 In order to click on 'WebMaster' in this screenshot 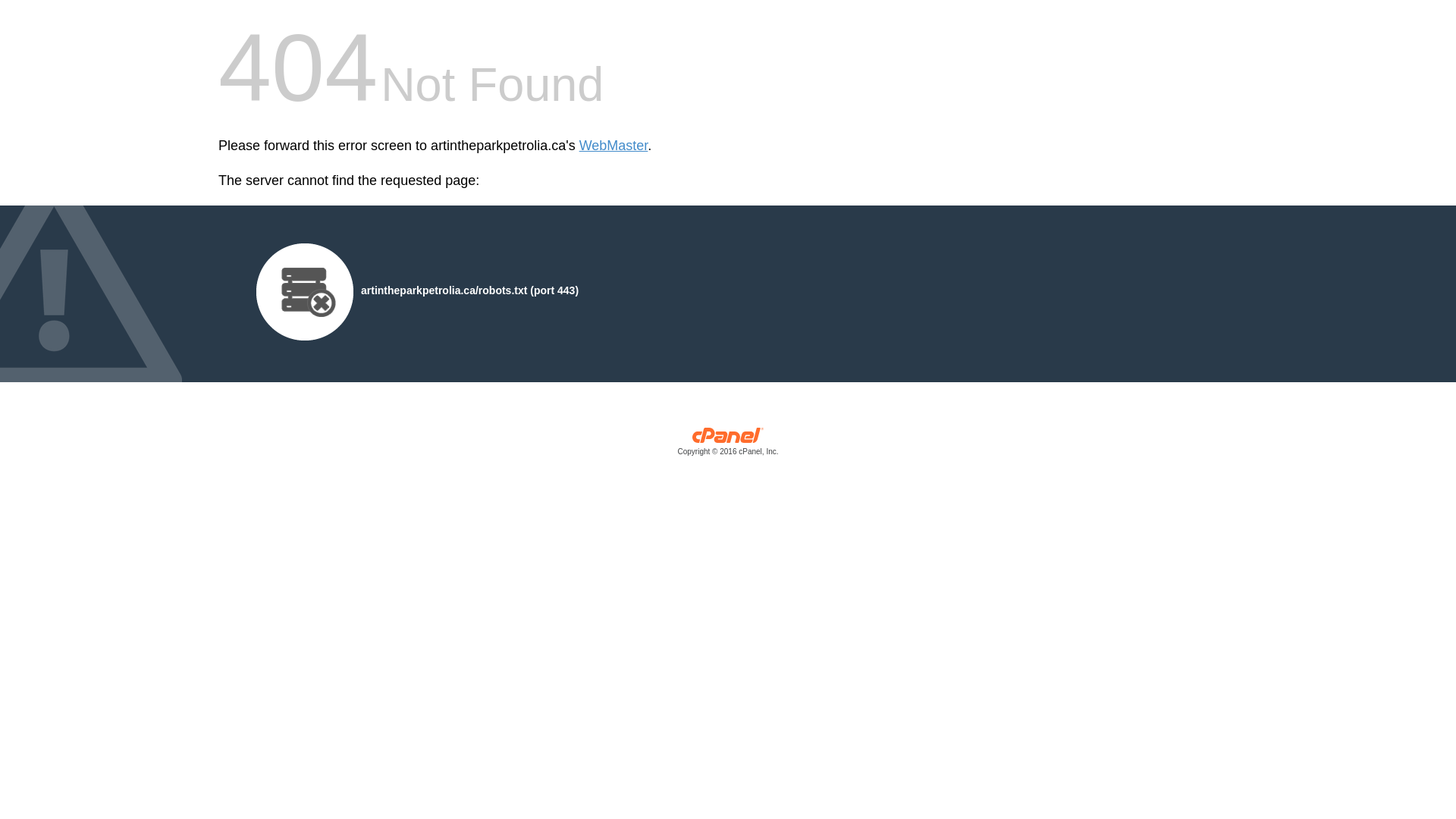, I will do `click(578, 146)`.